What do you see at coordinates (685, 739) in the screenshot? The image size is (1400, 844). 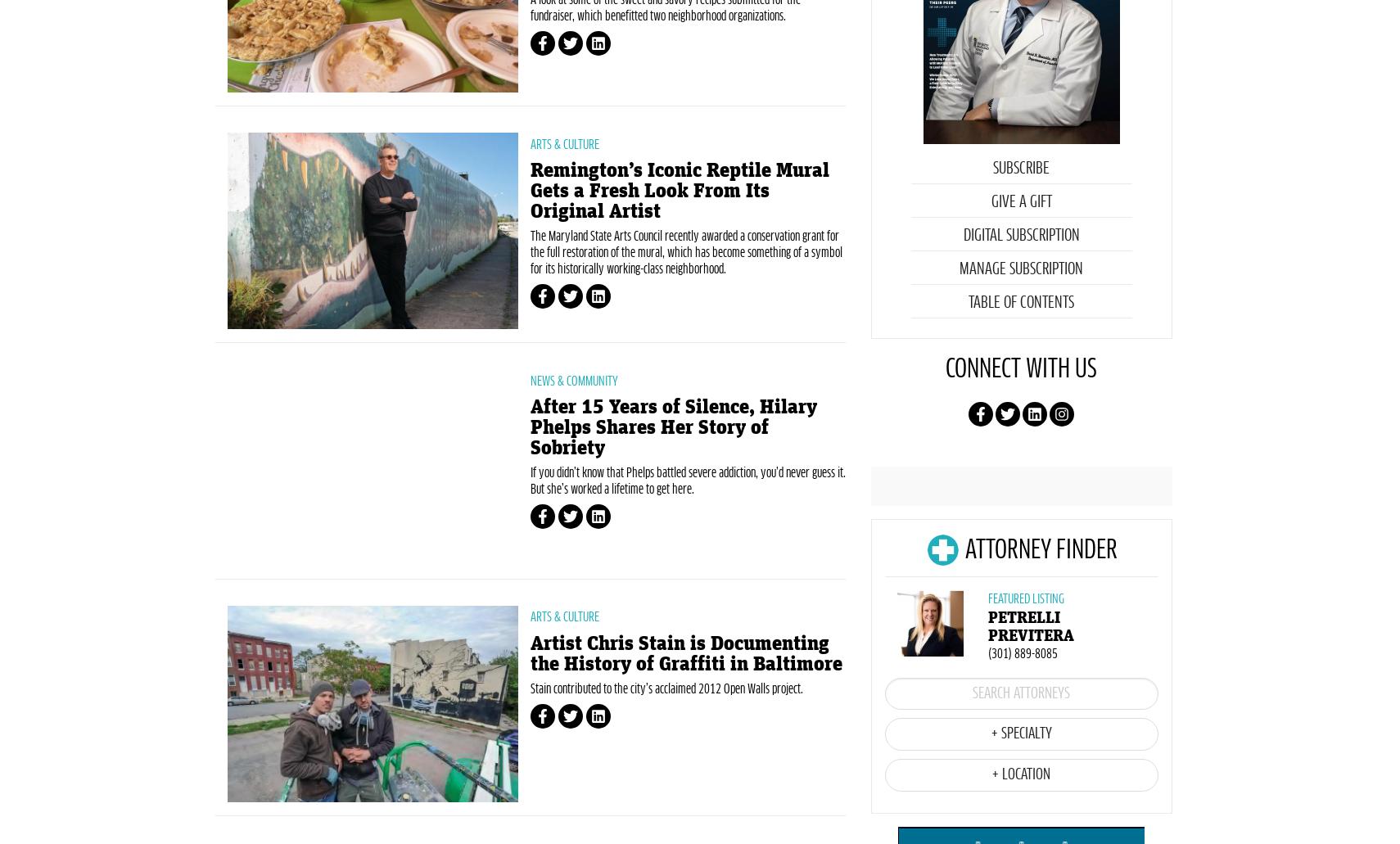 I see `'Artist Chris Stain is Documenting the History of Graffiti in Baltimore'` at bounding box center [685, 739].